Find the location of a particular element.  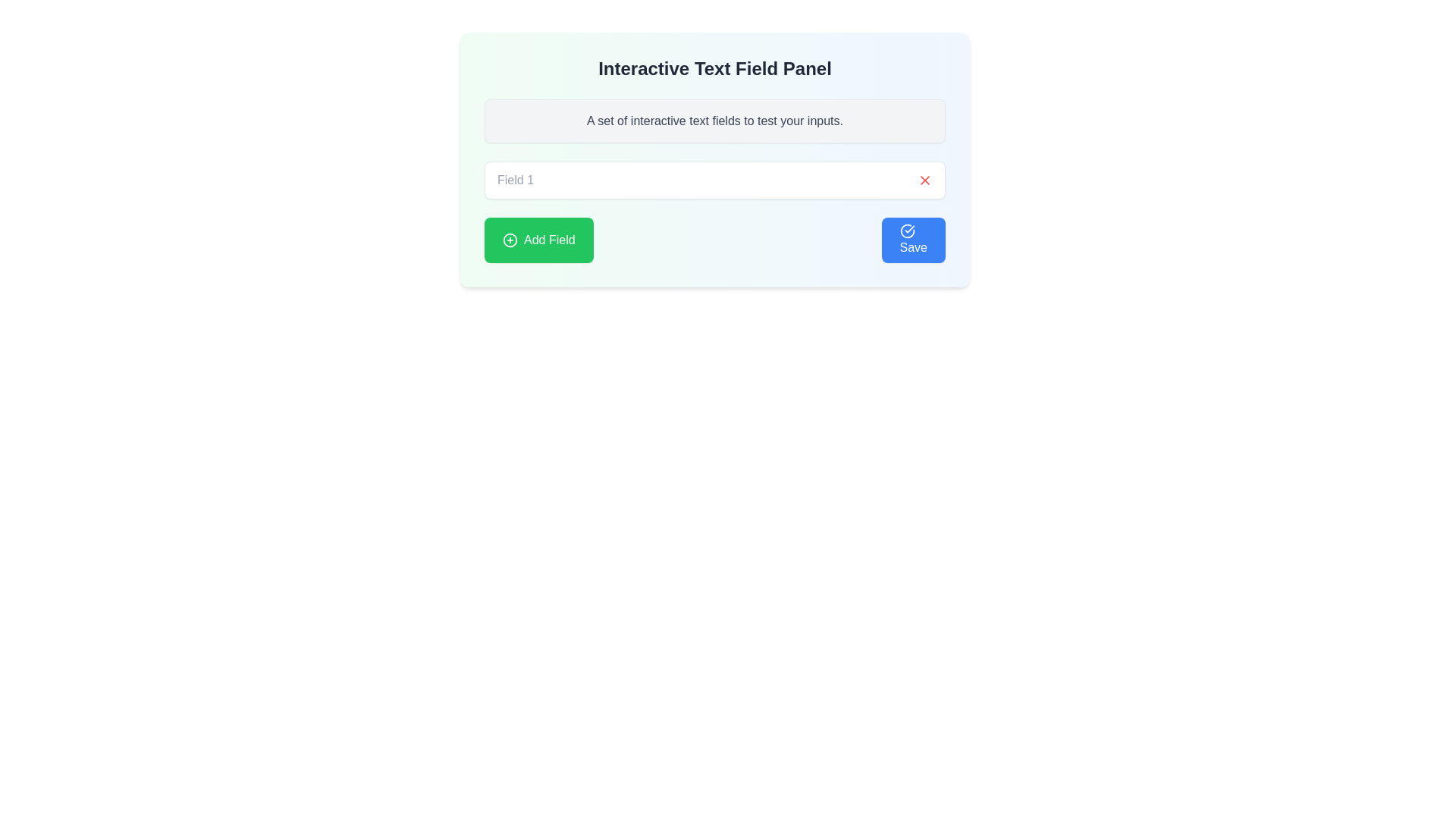

the 'Save' button located on the right side of the button group to initiate a save action is located at coordinates (912, 239).